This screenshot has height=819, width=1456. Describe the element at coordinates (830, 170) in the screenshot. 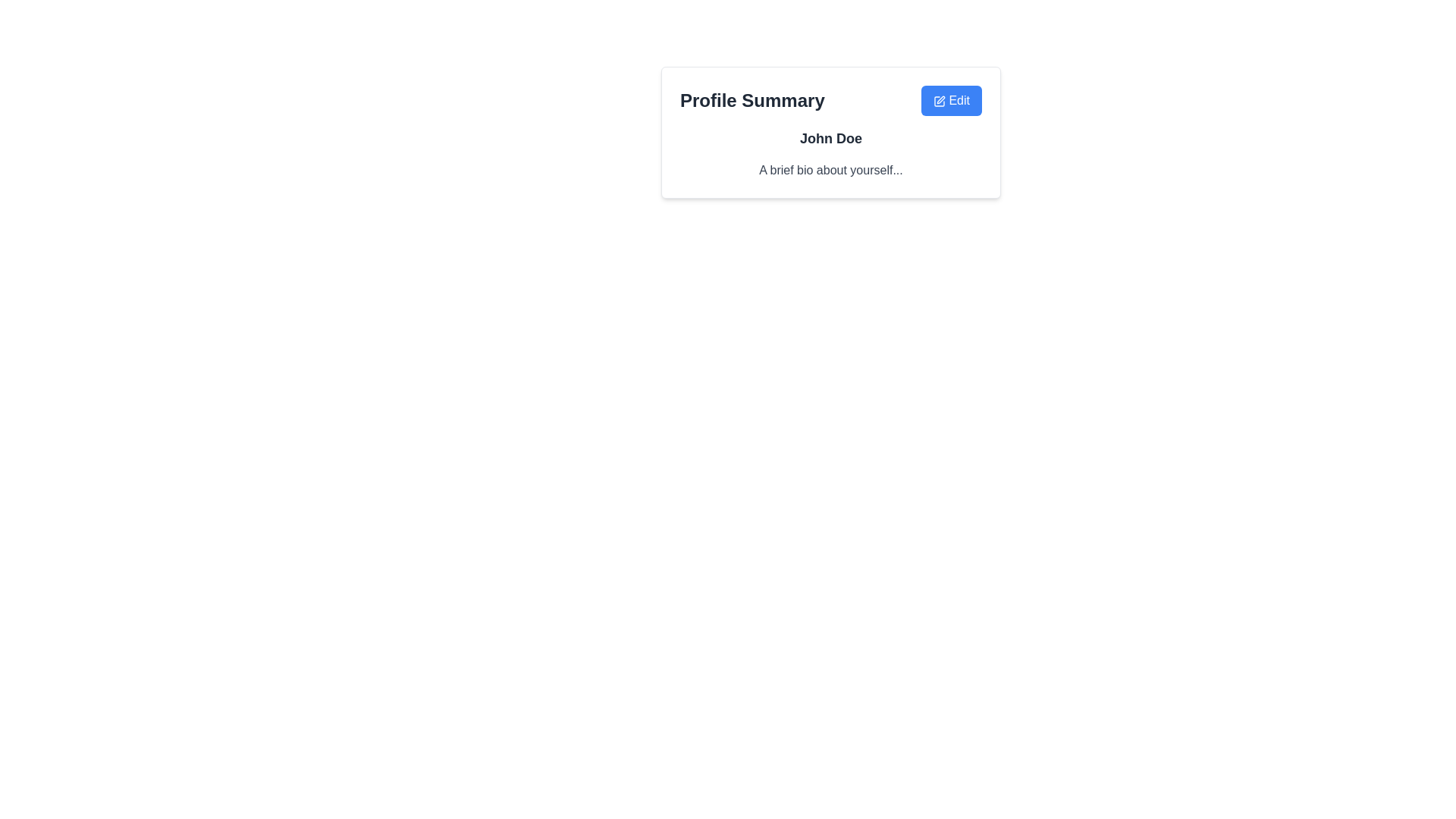

I see `the Text Label that prompts the user for a brief bio, located directly below the title 'John Doe'` at that location.